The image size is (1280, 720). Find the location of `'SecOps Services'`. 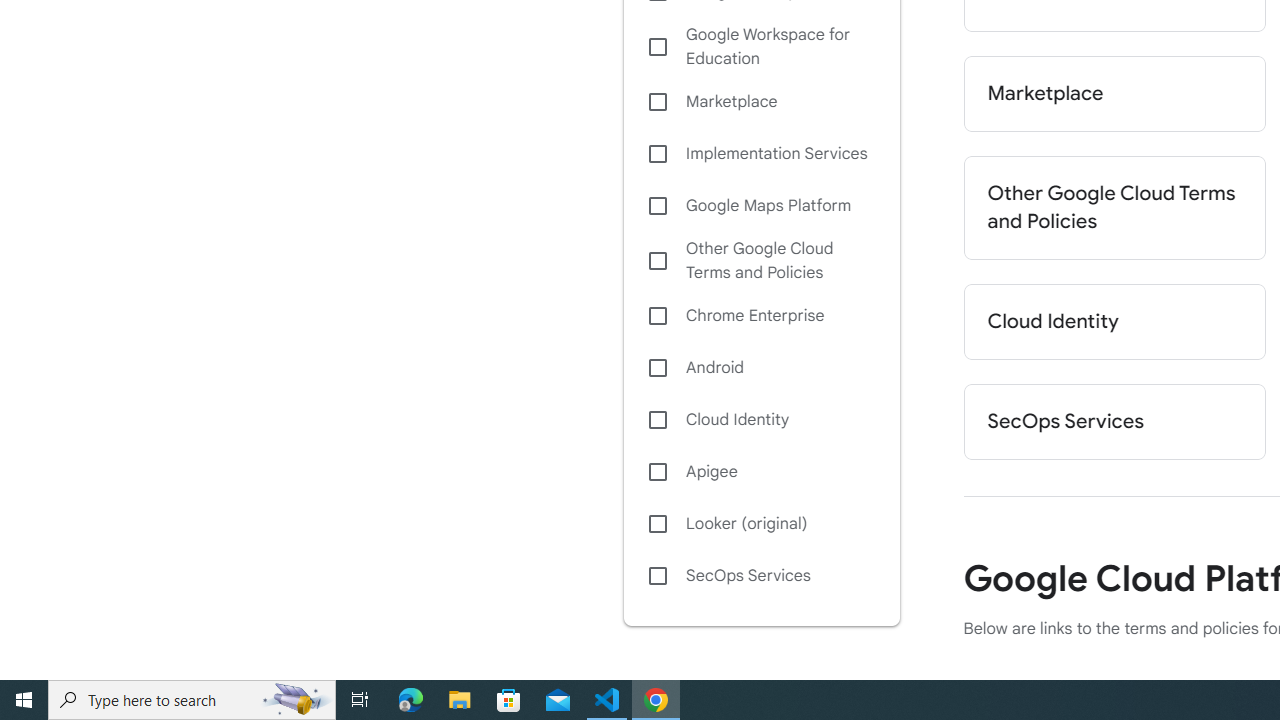

'SecOps Services' is located at coordinates (760, 576).